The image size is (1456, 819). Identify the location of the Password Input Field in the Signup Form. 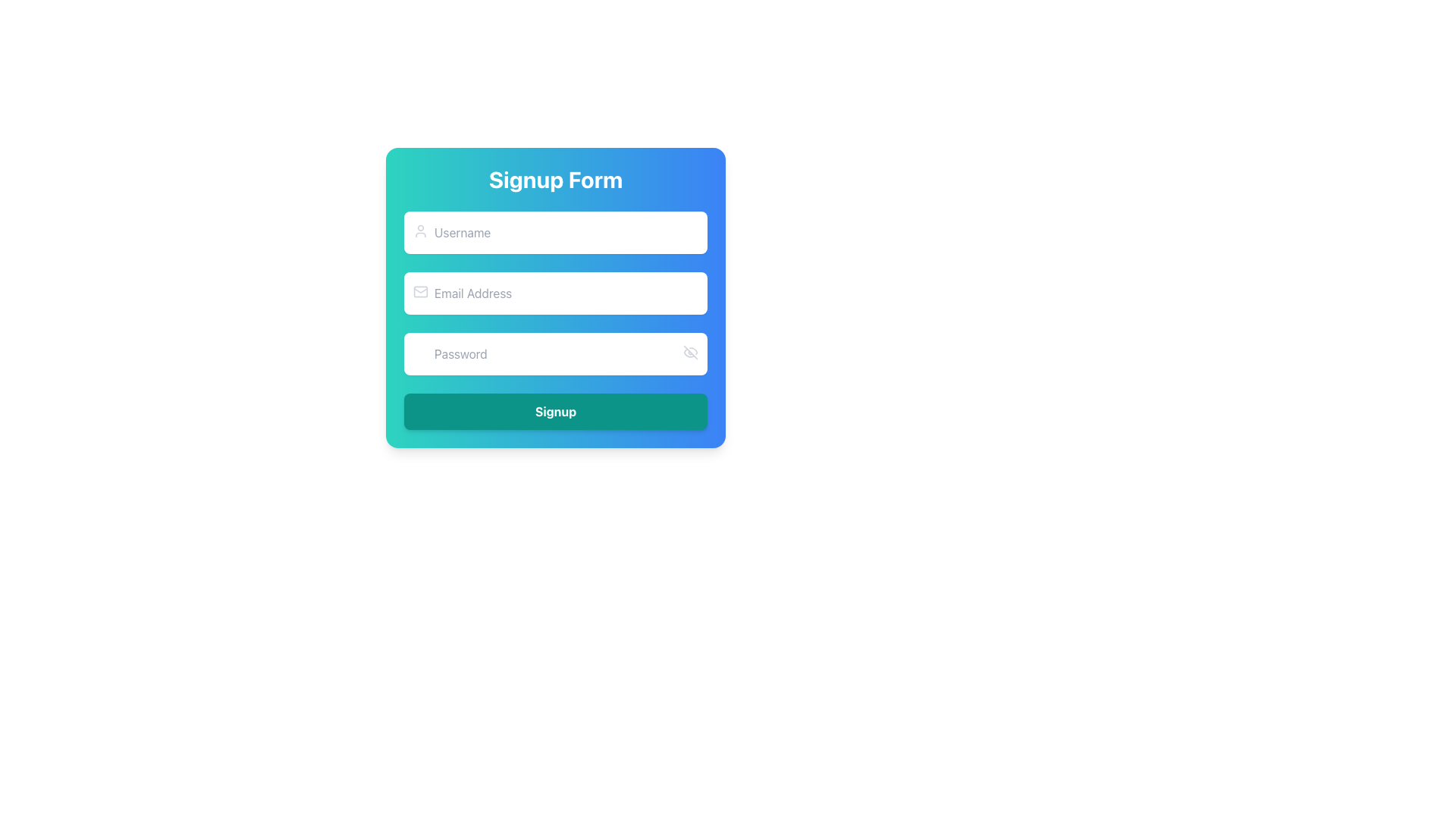
(555, 353).